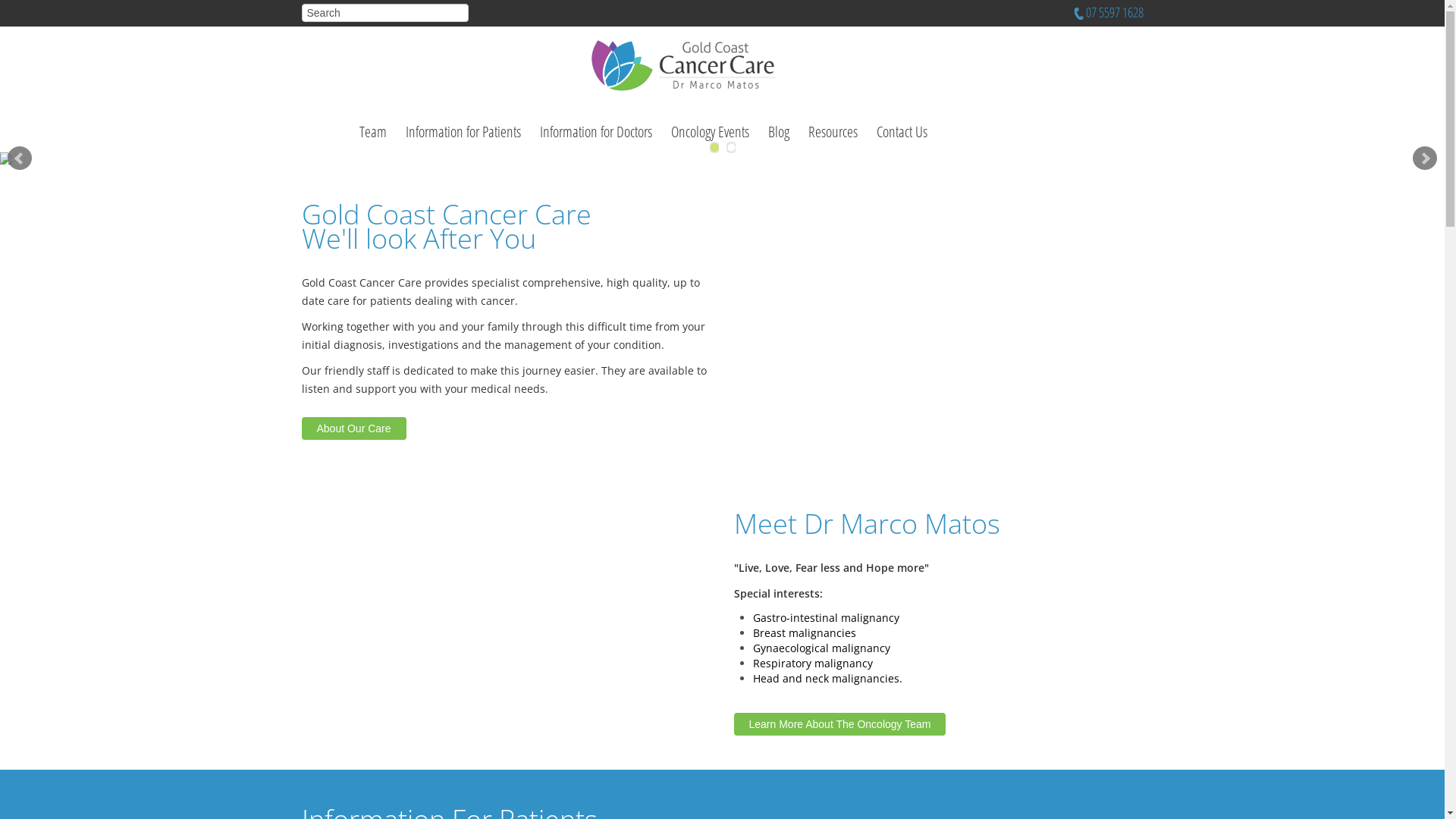 The image size is (1456, 819). What do you see at coordinates (353, 428) in the screenshot?
I see `'About Our Care'` at bounding box center [353, 428].